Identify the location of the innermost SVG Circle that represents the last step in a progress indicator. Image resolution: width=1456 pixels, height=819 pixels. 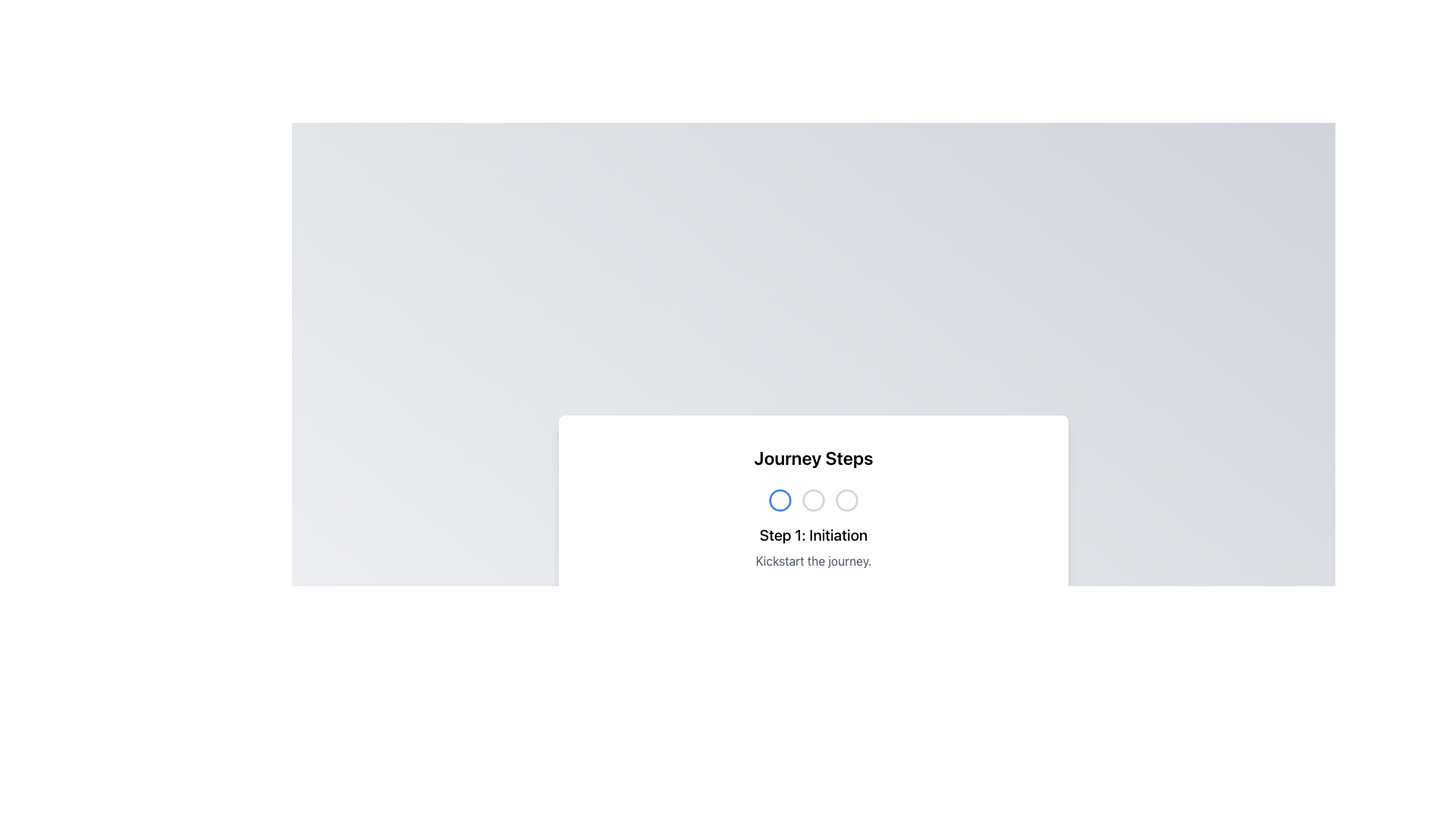
(846, 500).